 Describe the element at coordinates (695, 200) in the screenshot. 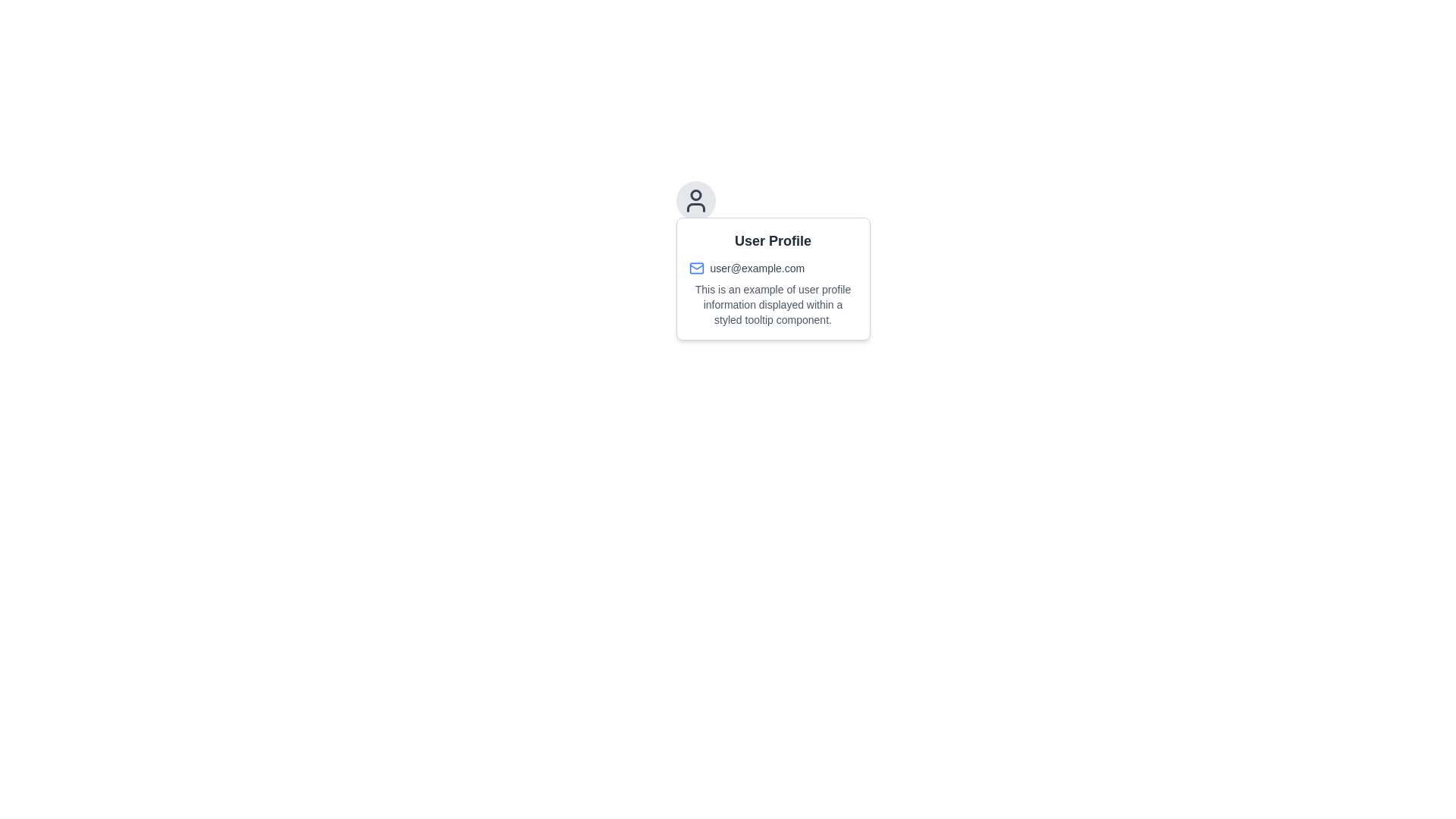

I see `the user profile icon located above the tooltip box that contains user information` at that location.